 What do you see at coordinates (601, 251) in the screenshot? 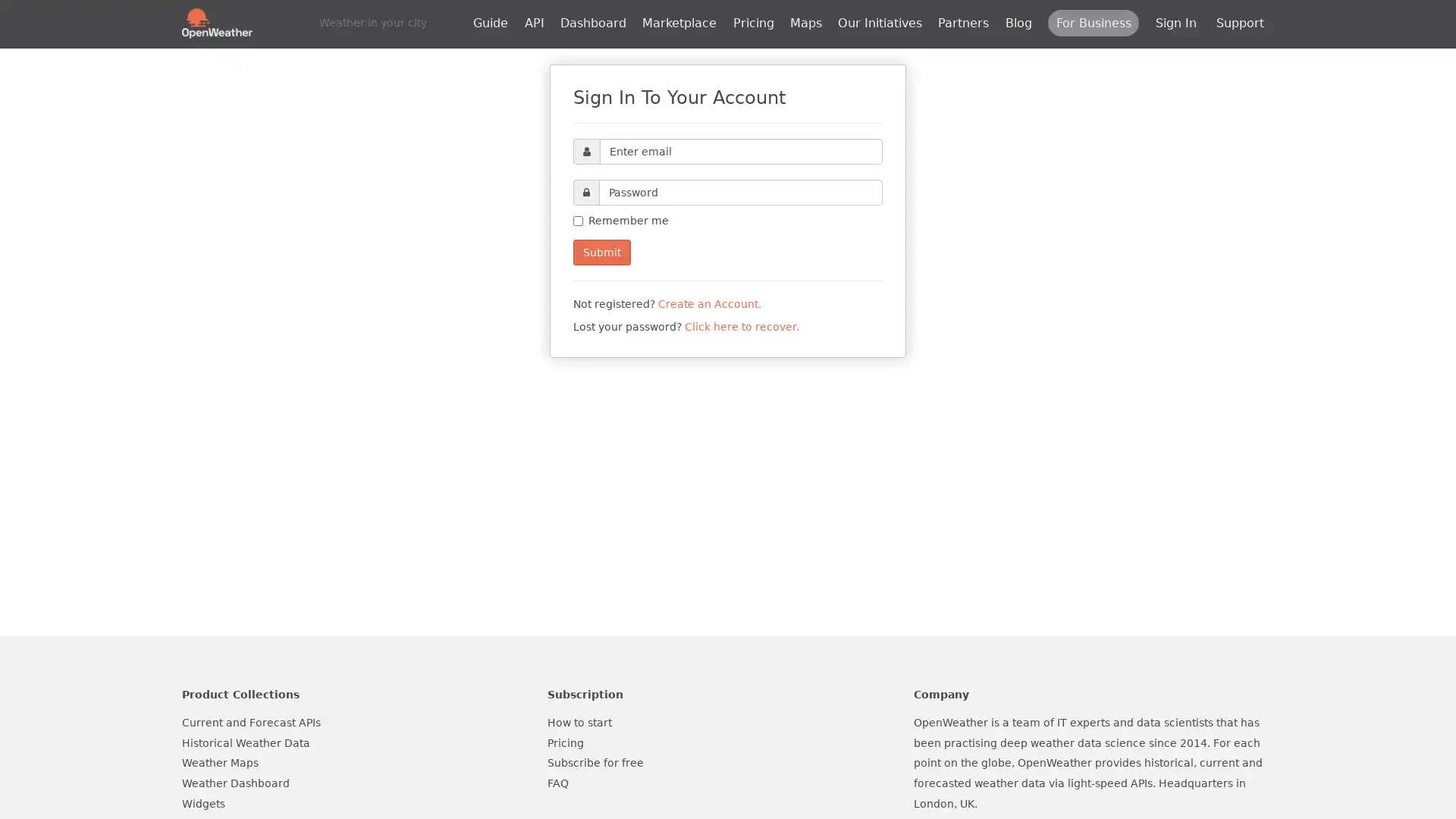
I see `Submit` at bounding box center [601, 251].